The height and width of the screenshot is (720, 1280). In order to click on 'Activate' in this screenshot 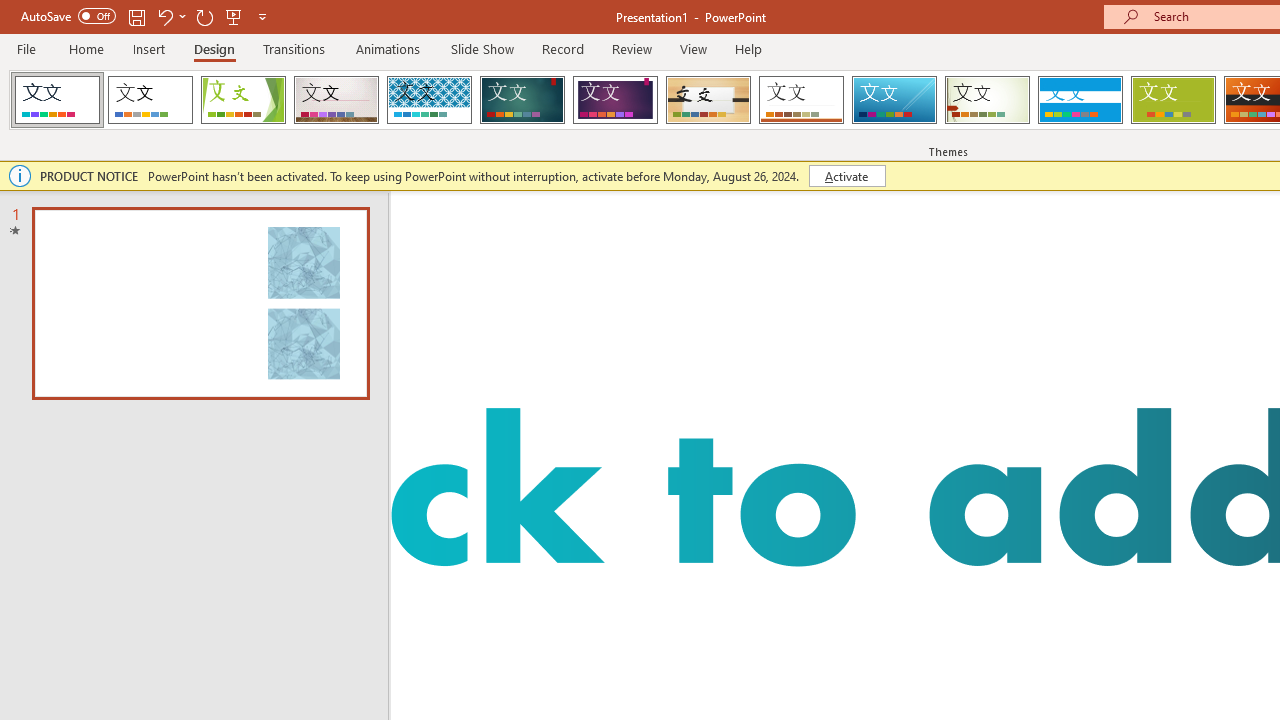, I will do `click(847, 175)`.